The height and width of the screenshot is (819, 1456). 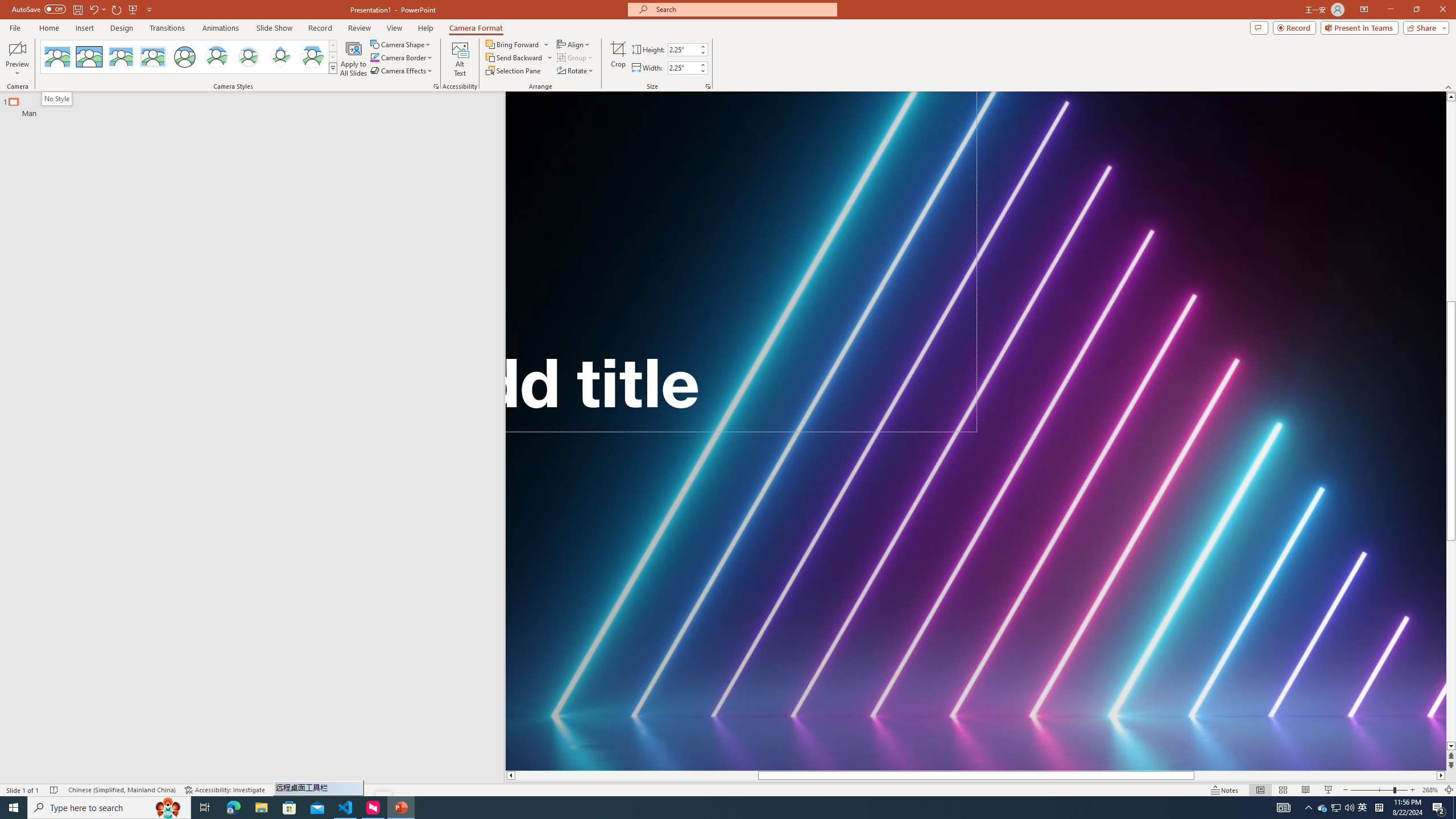 What do you see at coordinates (280, 56) in the screenshot?
I see `'Center Shadow Diamond'` at bounding box center [280, 56].